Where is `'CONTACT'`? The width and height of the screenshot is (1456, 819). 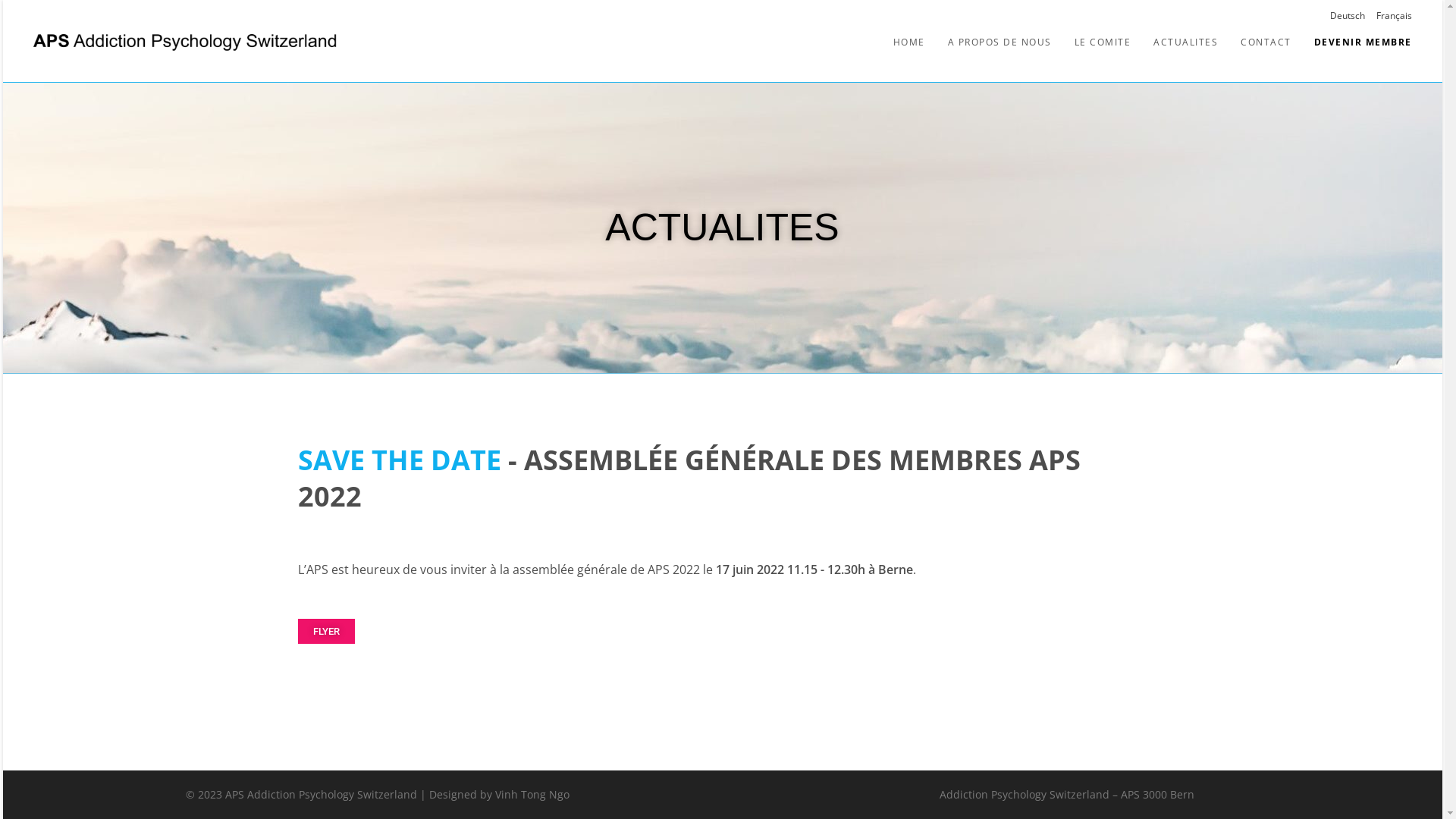 'CONTACT' is located at coordinates (1266, 41).